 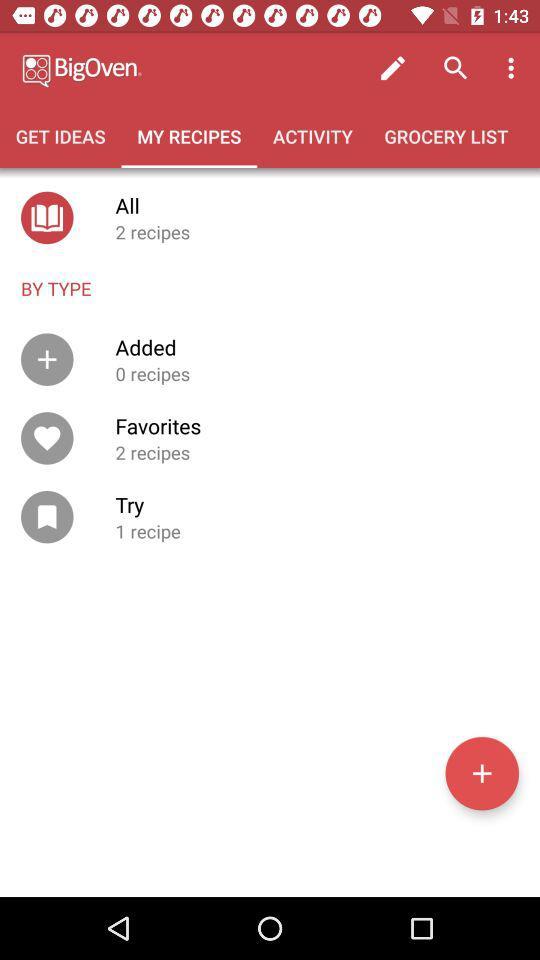 What do you see at coordinates (481, 772) in the screenshot?
I see `new recipe` at bounding box center [481, 772].